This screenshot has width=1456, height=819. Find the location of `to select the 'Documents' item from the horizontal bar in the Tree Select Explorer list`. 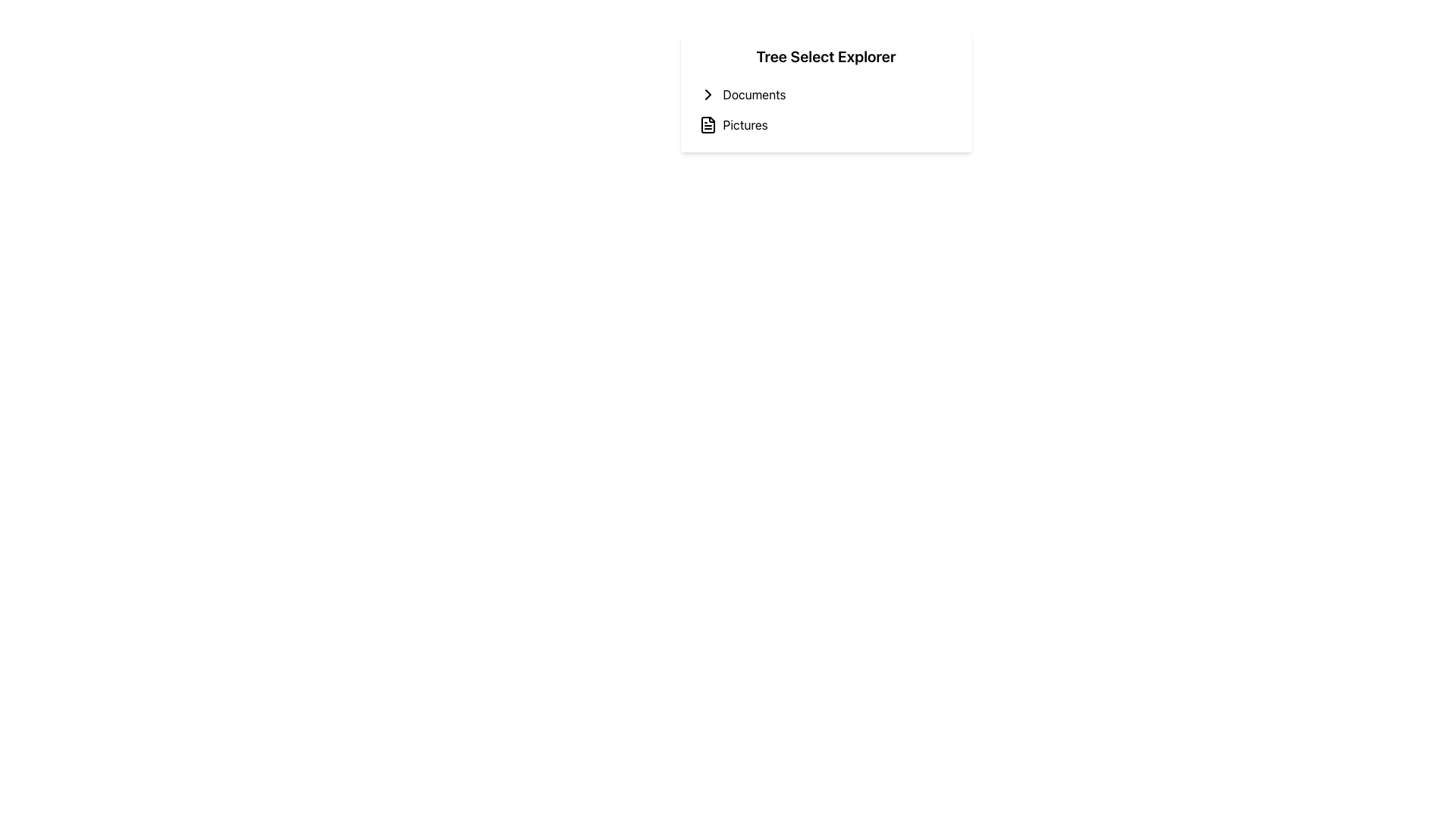

to select the 'Documents' item from the horizontal bar in the Tree Select Explorer list is located at coordinates (825, 94).